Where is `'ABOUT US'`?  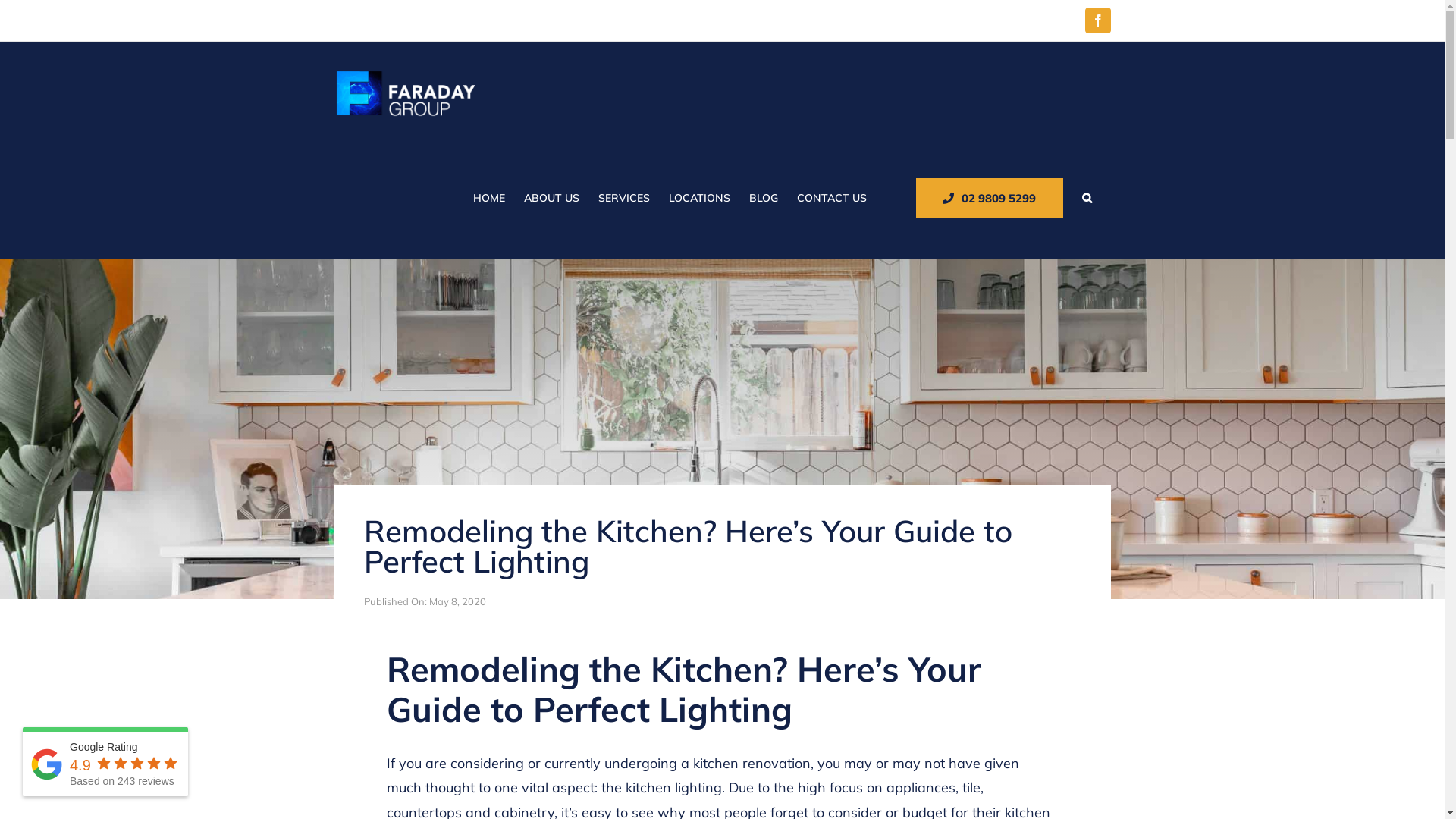 'ABOUT US' is located at coordinates (523, 197).